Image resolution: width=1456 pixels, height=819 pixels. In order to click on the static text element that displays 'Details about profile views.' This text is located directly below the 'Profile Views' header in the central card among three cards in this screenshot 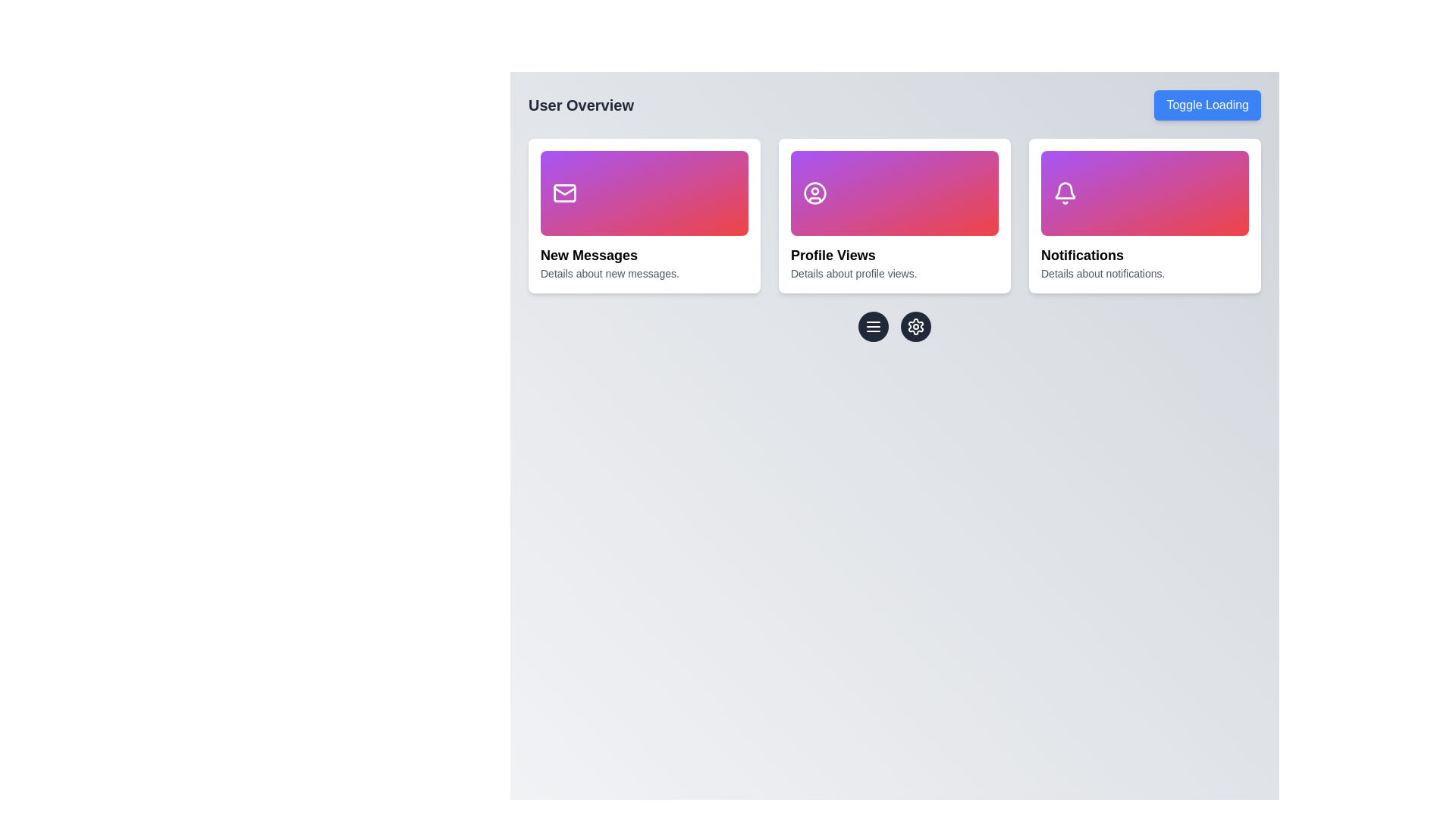, I will do `click(854, 274)`.